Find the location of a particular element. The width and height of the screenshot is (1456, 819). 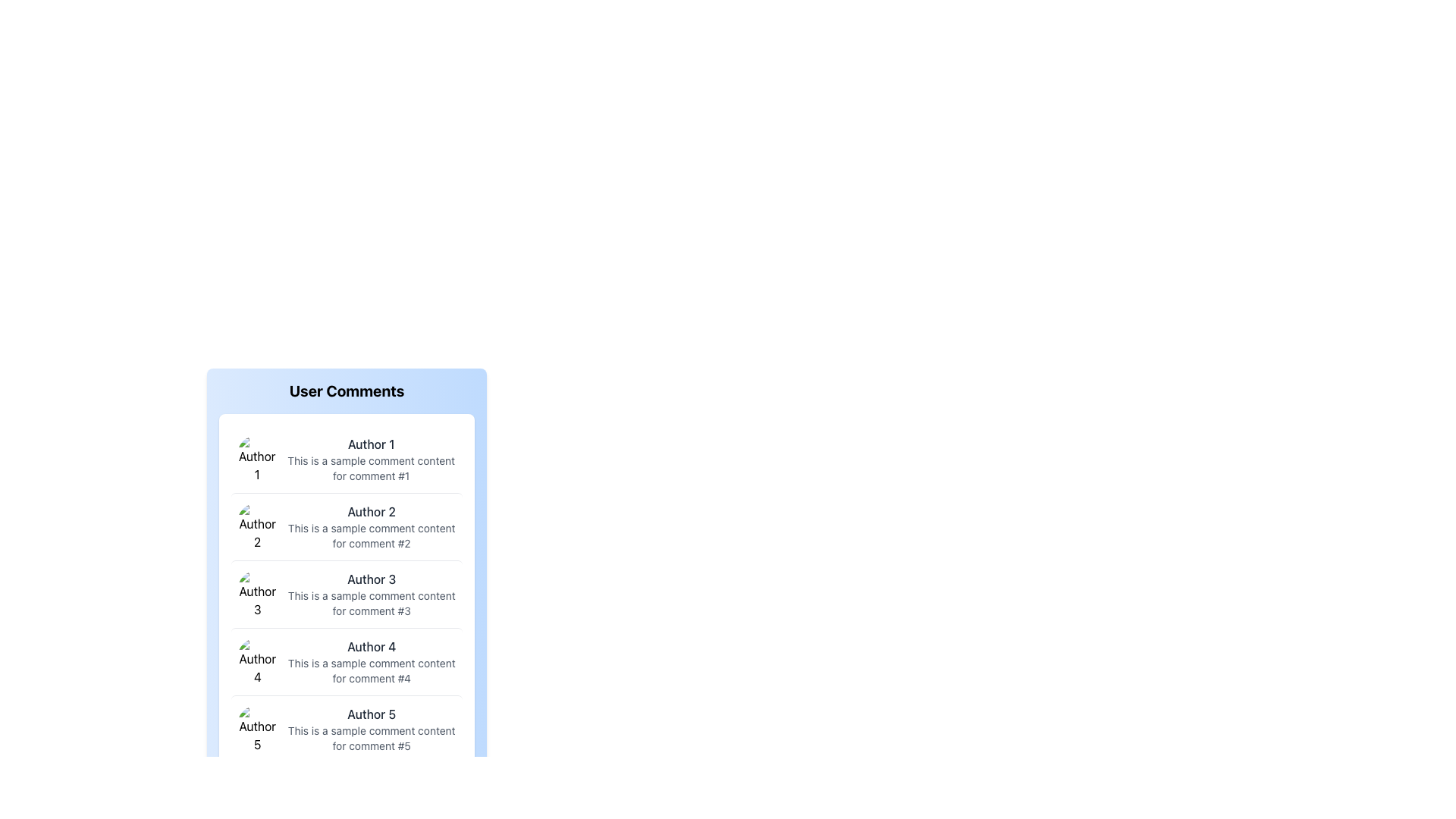

the text label displaying the author name of the fifth comment in the comment section, which is located above its corresponding comment text and aligned with an icon to its left is located at coordinates (372, 714).